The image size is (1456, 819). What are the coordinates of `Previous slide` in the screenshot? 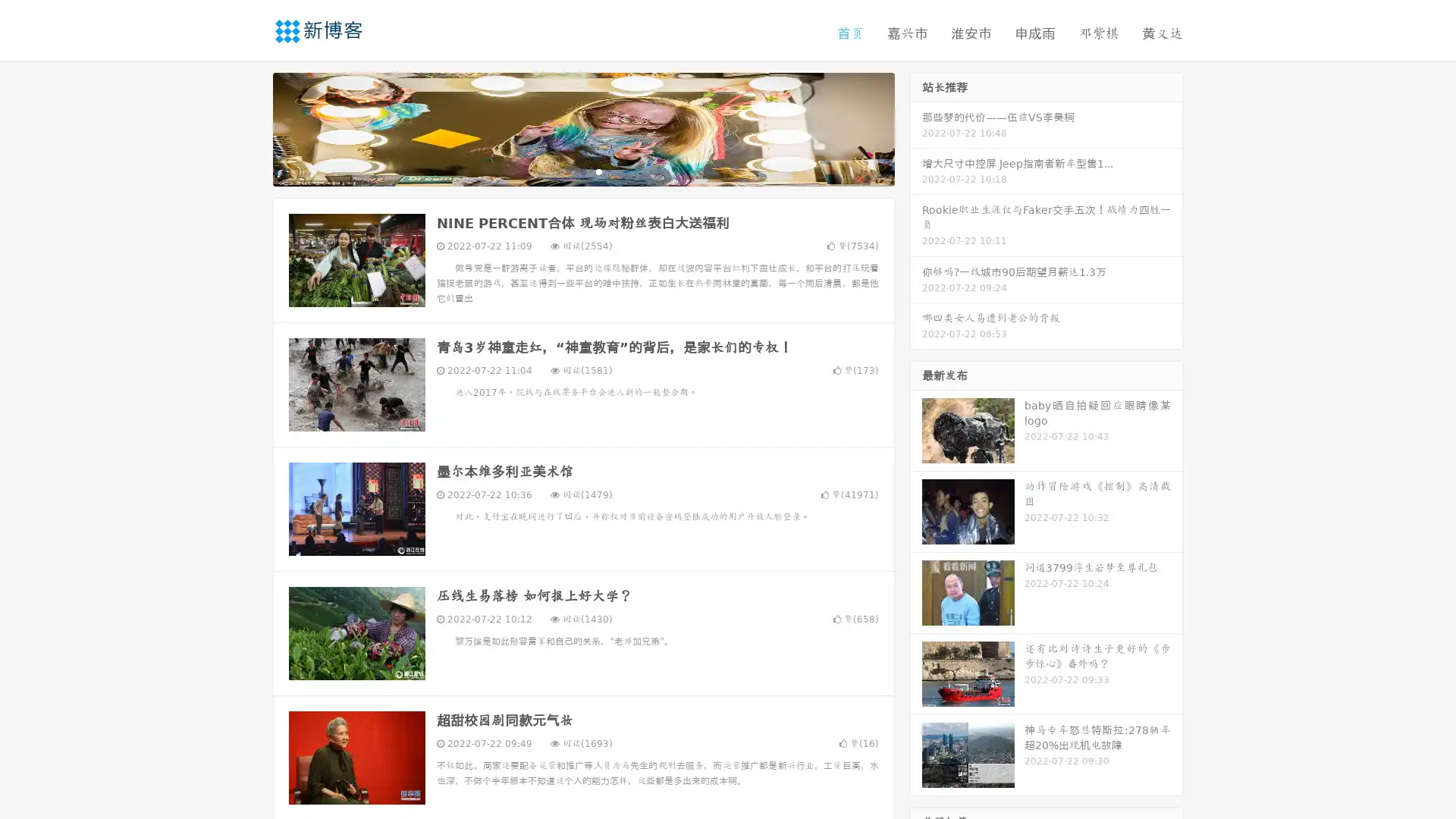 It's located at (250, 127).